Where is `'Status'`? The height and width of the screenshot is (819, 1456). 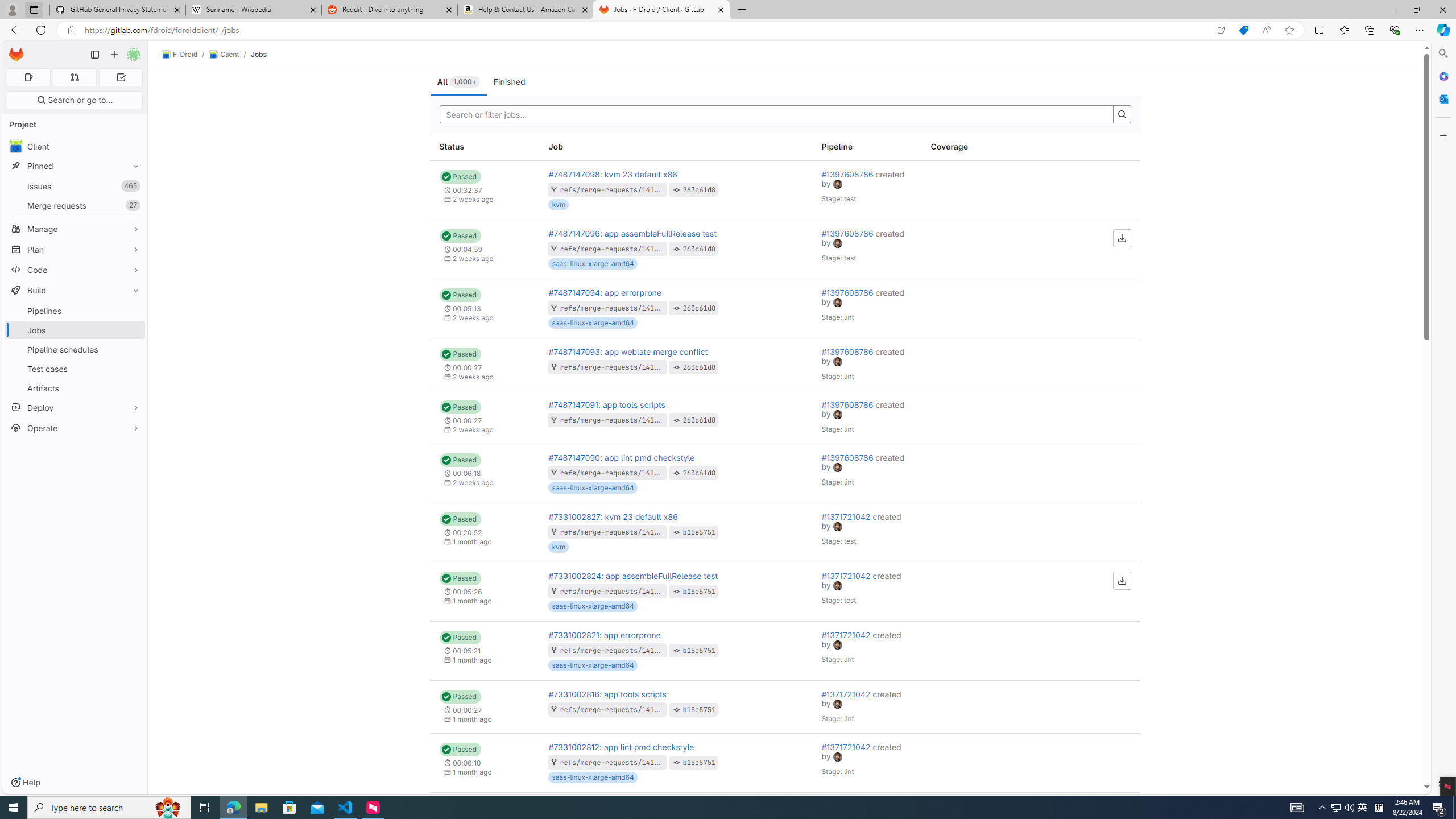 'Status' is located at coordinates (484, 146).